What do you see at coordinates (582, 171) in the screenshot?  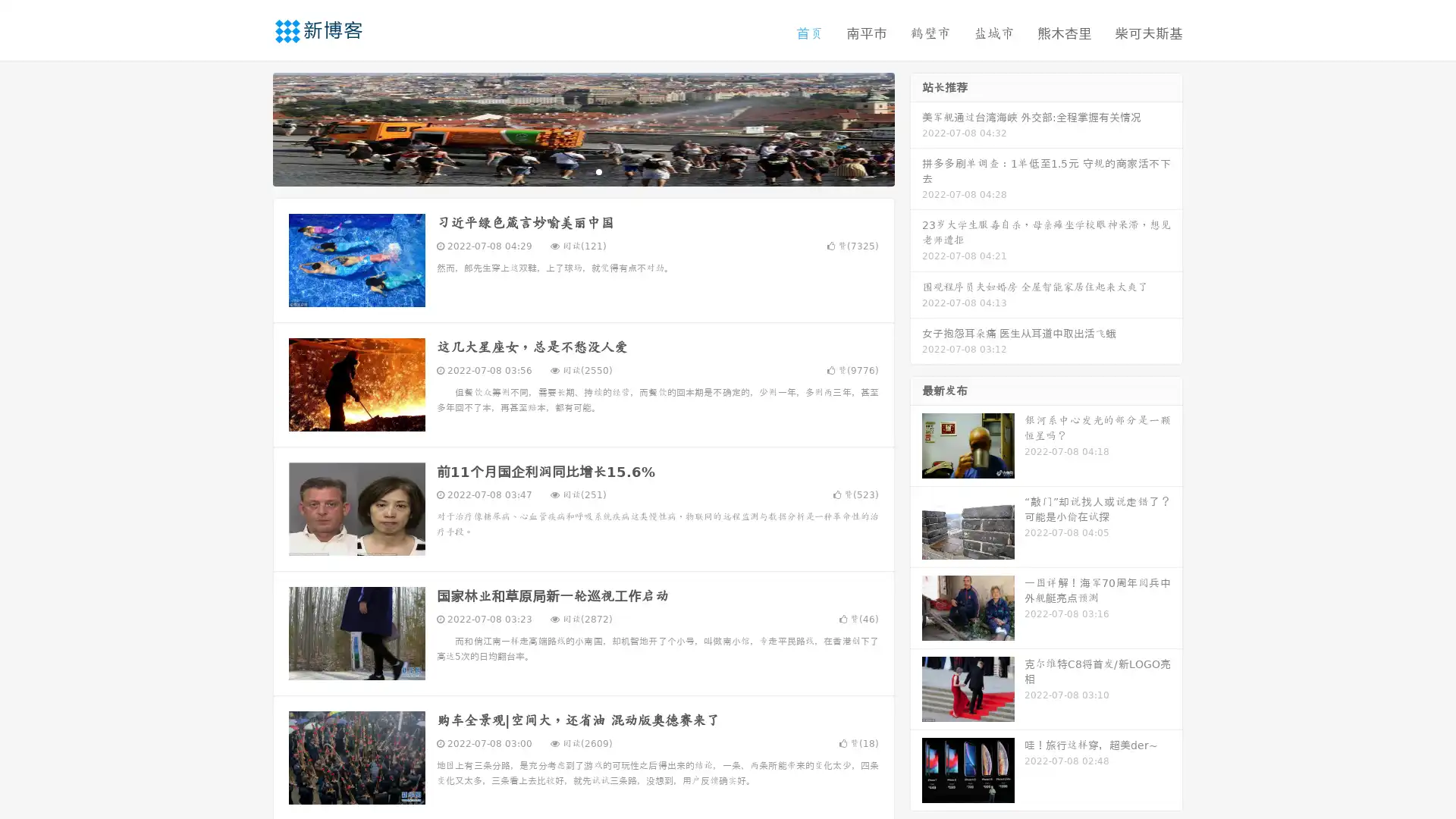 I see `Go to slide 2` at bounding box center [582, 171].